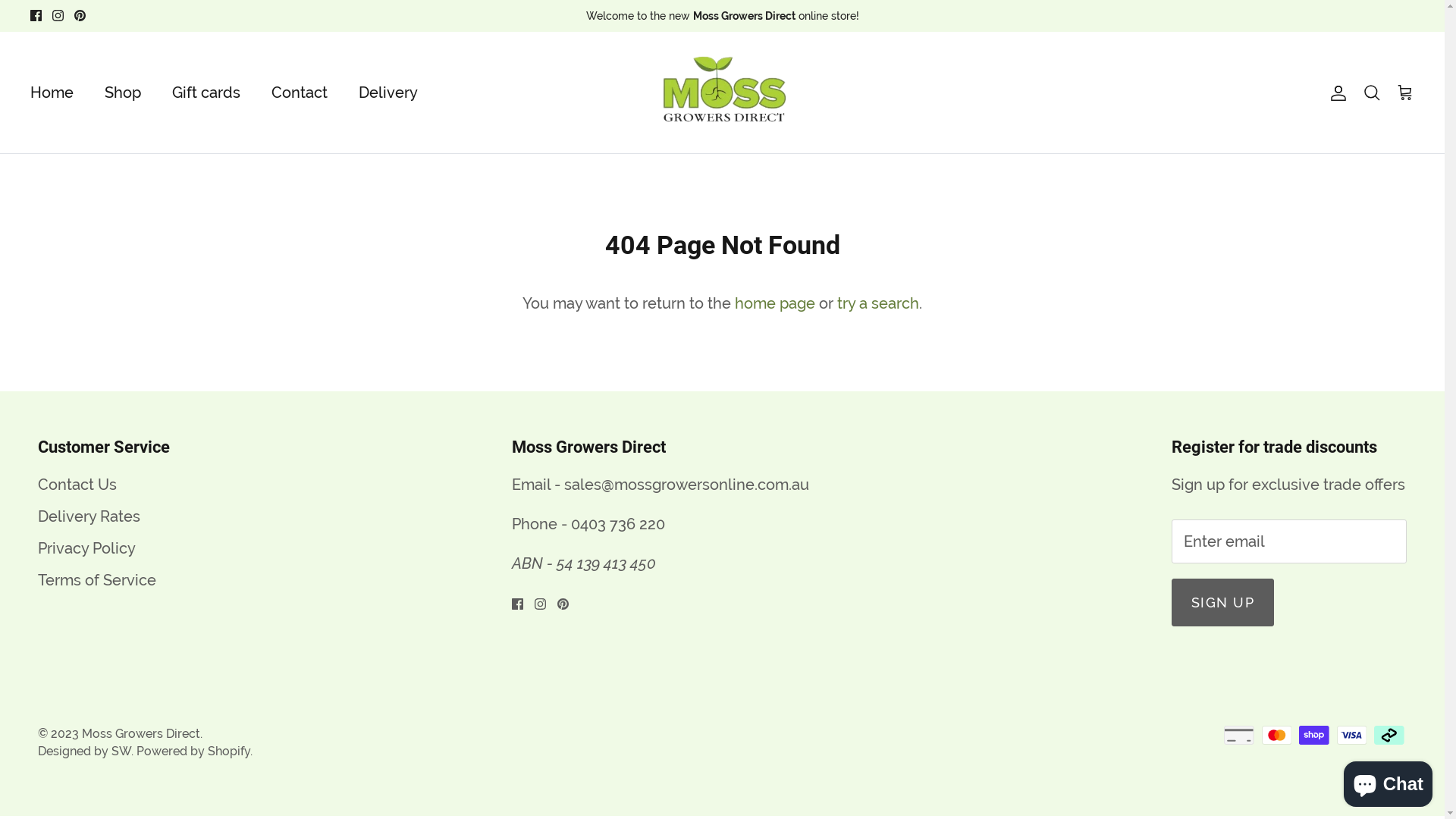 Image resolution: width=1456 pixels, height=819 pixels. I want to click on 'Shopify online store chat', so click(1388, 780).